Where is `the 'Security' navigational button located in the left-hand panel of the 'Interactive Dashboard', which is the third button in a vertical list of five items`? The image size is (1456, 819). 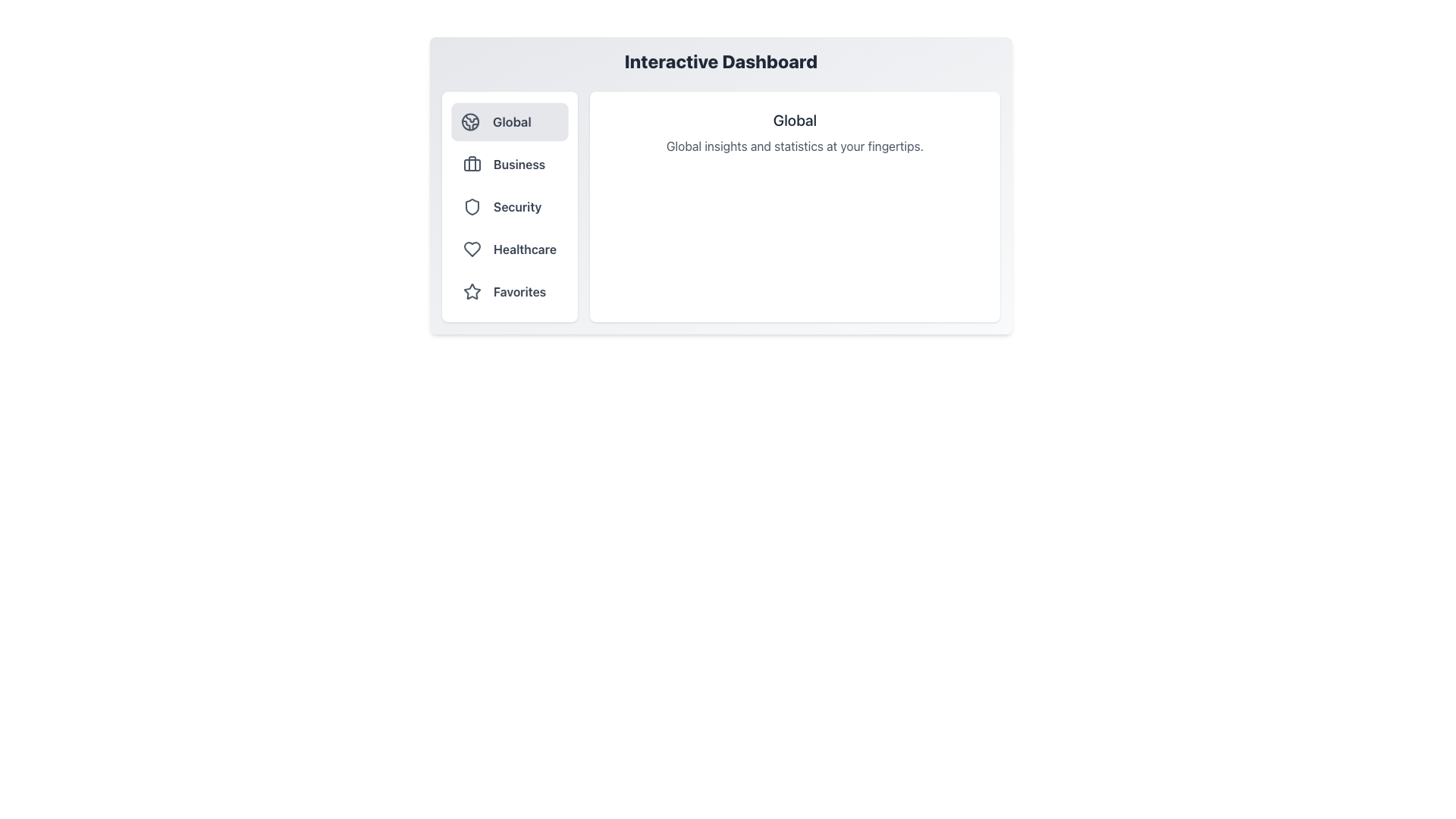
the 'Security' navigational button located in the left-hand panel of the 'Interactive Dashboard', which is the third button in a vertical list of five items is located at coordinates (510, 207).